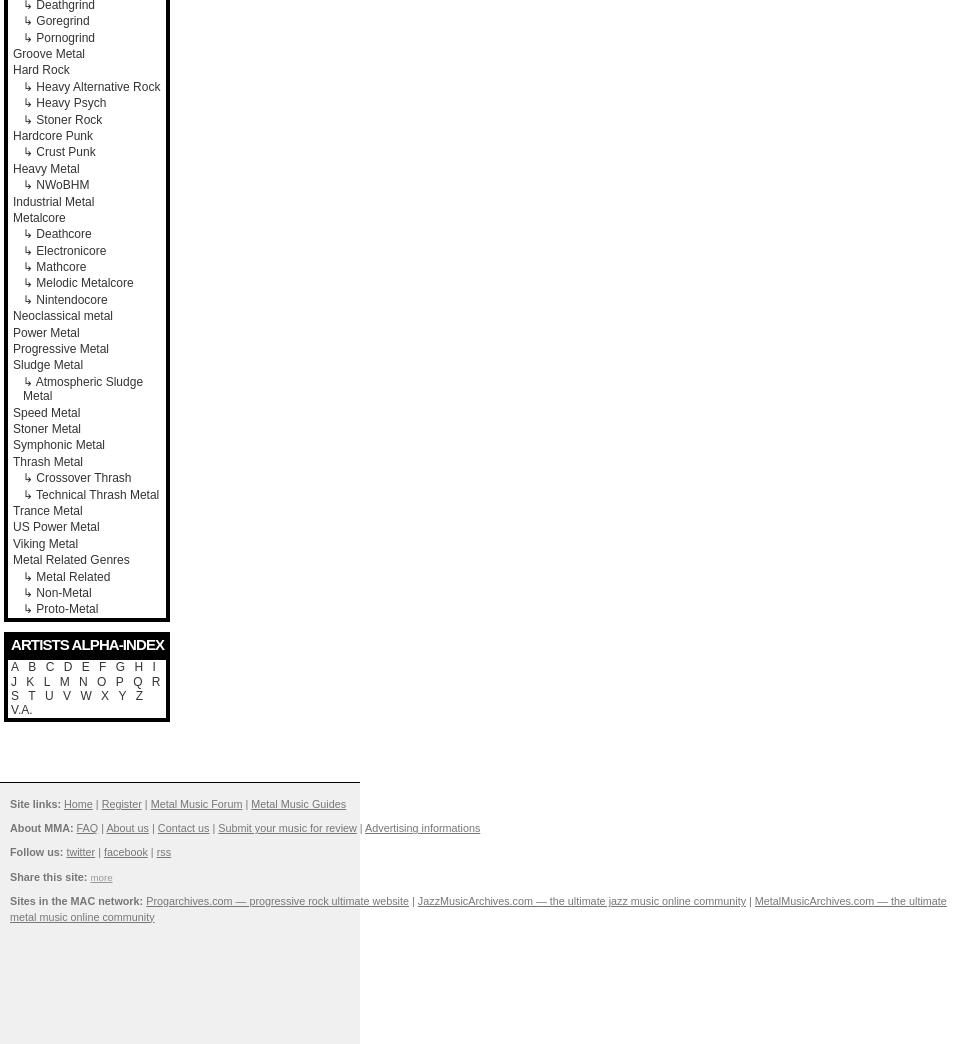  What do you see at coordinates (152, 666) in the screenshot?
I see `'I'` at bounding box center [152, 666].